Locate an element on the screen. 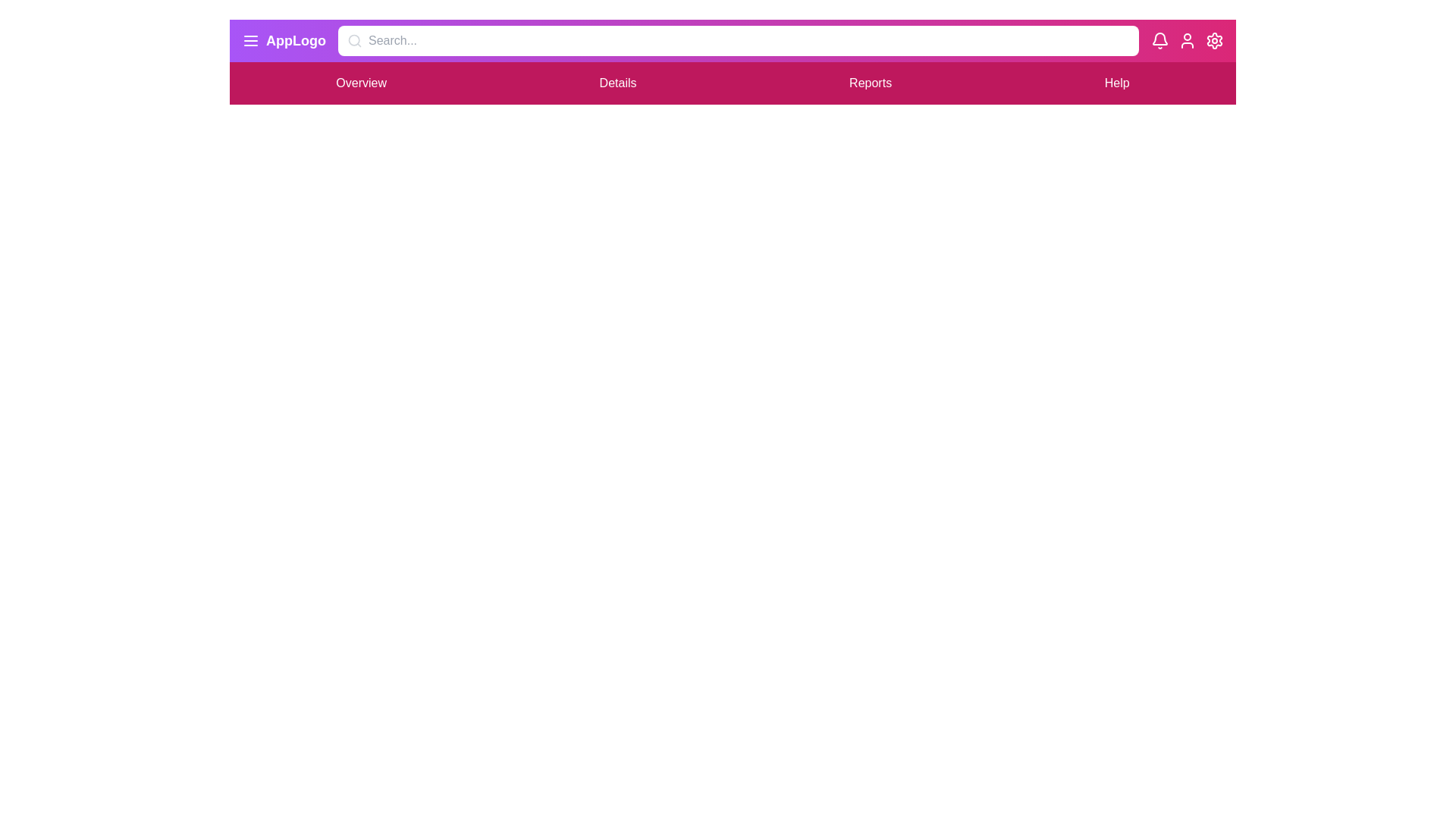  the user icon to access user settings is located at coordinates (1186, 40).